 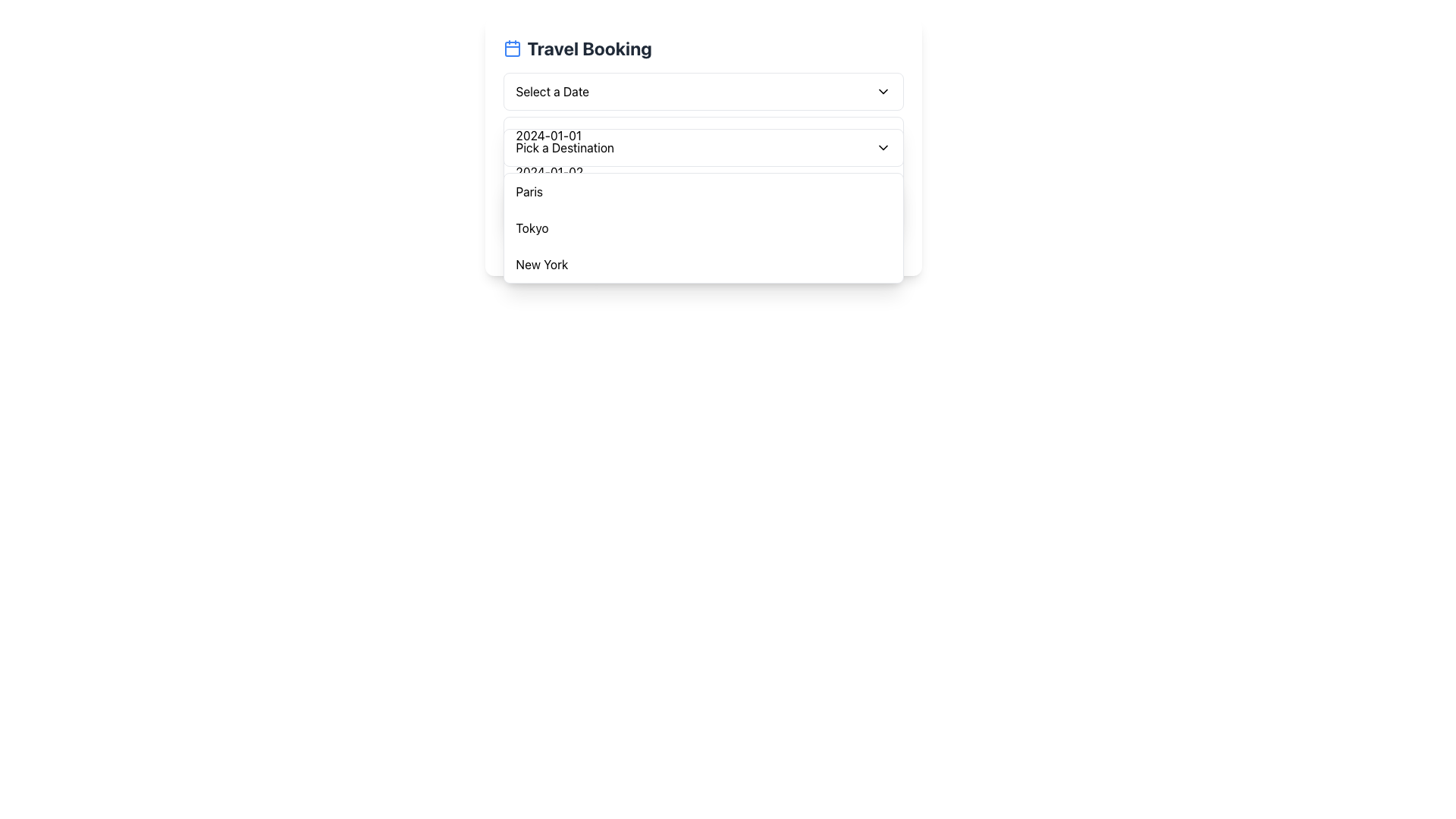 I want to click on to select the date '2024-01-02' from the dropdown menu under the 'Travel Booking' section, so click(x=702, y=171).